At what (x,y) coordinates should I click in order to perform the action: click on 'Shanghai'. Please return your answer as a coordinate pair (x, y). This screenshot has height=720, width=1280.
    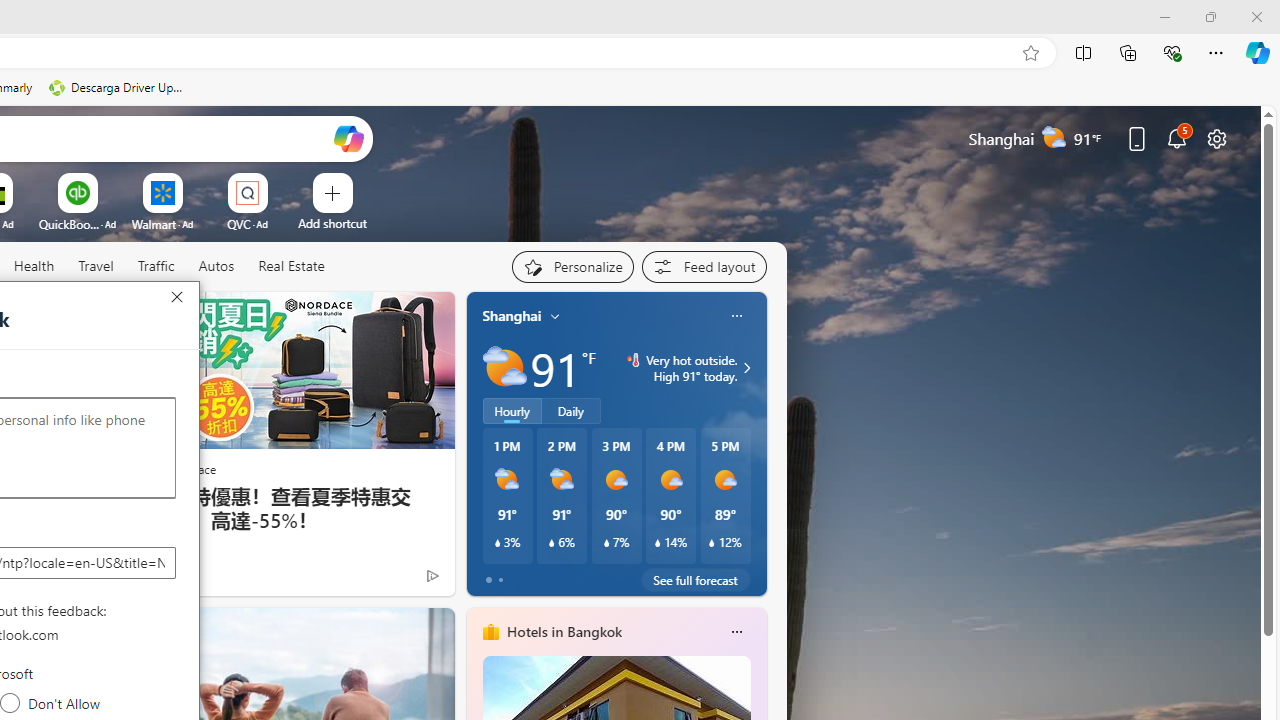
    Looking at the image, I should click on (512, 315).